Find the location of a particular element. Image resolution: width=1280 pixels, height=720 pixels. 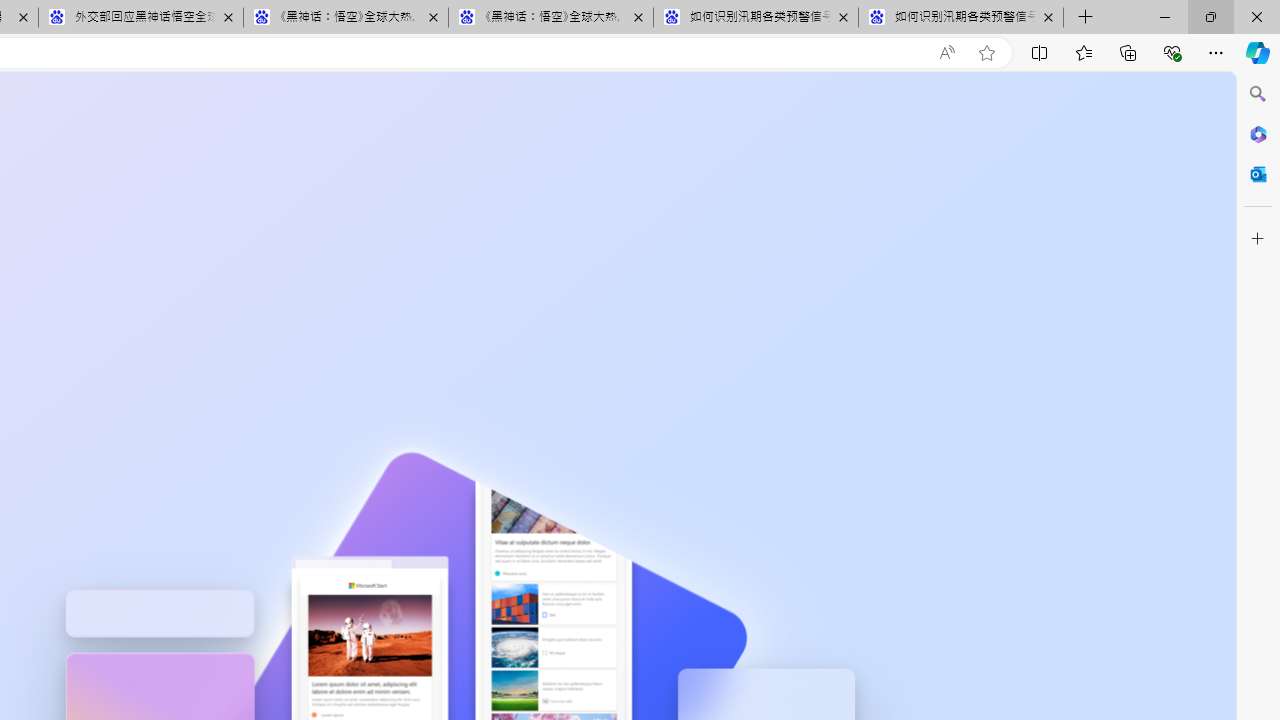

'Favorites' is located at coordinates (1082, 51).